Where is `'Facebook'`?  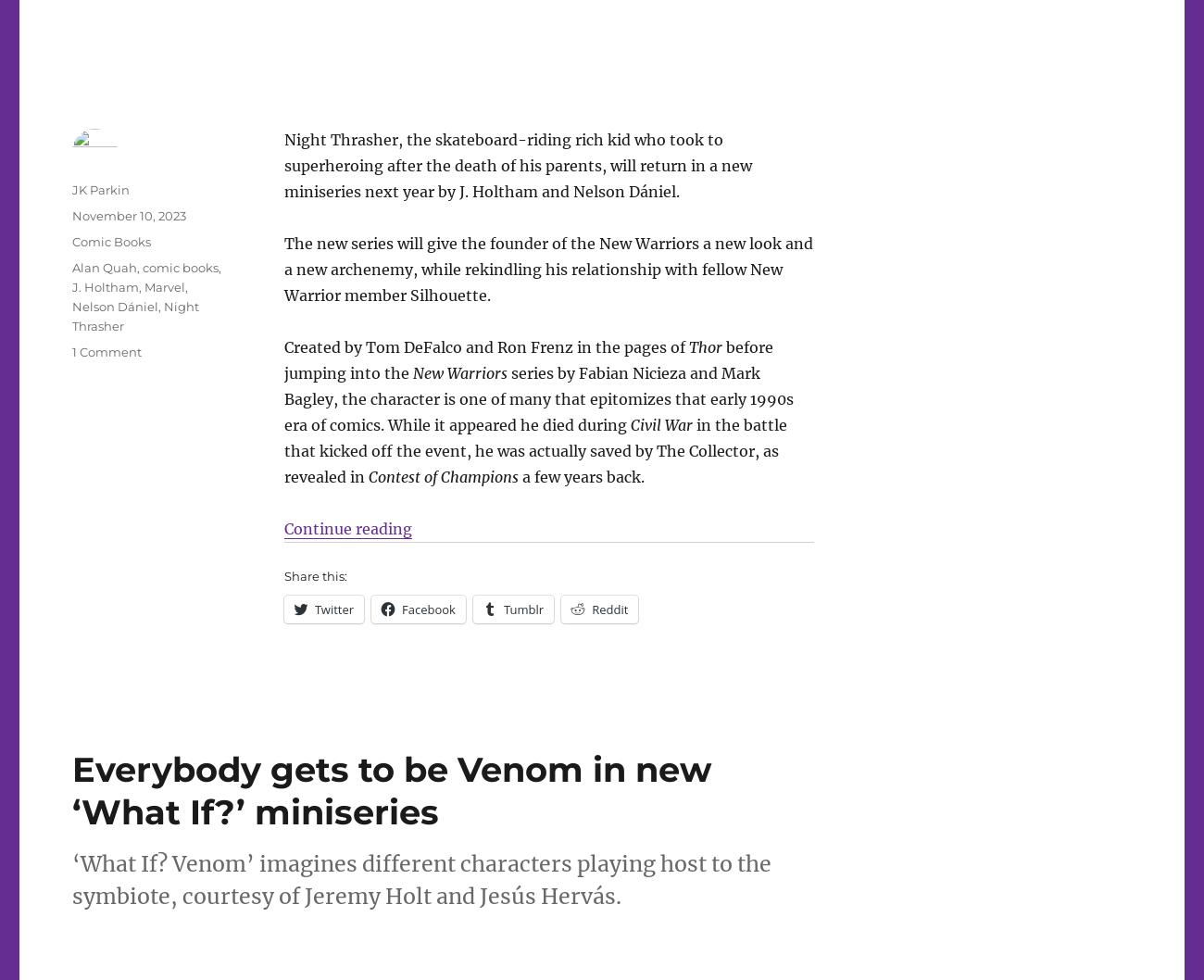 'Facebook' is located at coordinates (427, 608).